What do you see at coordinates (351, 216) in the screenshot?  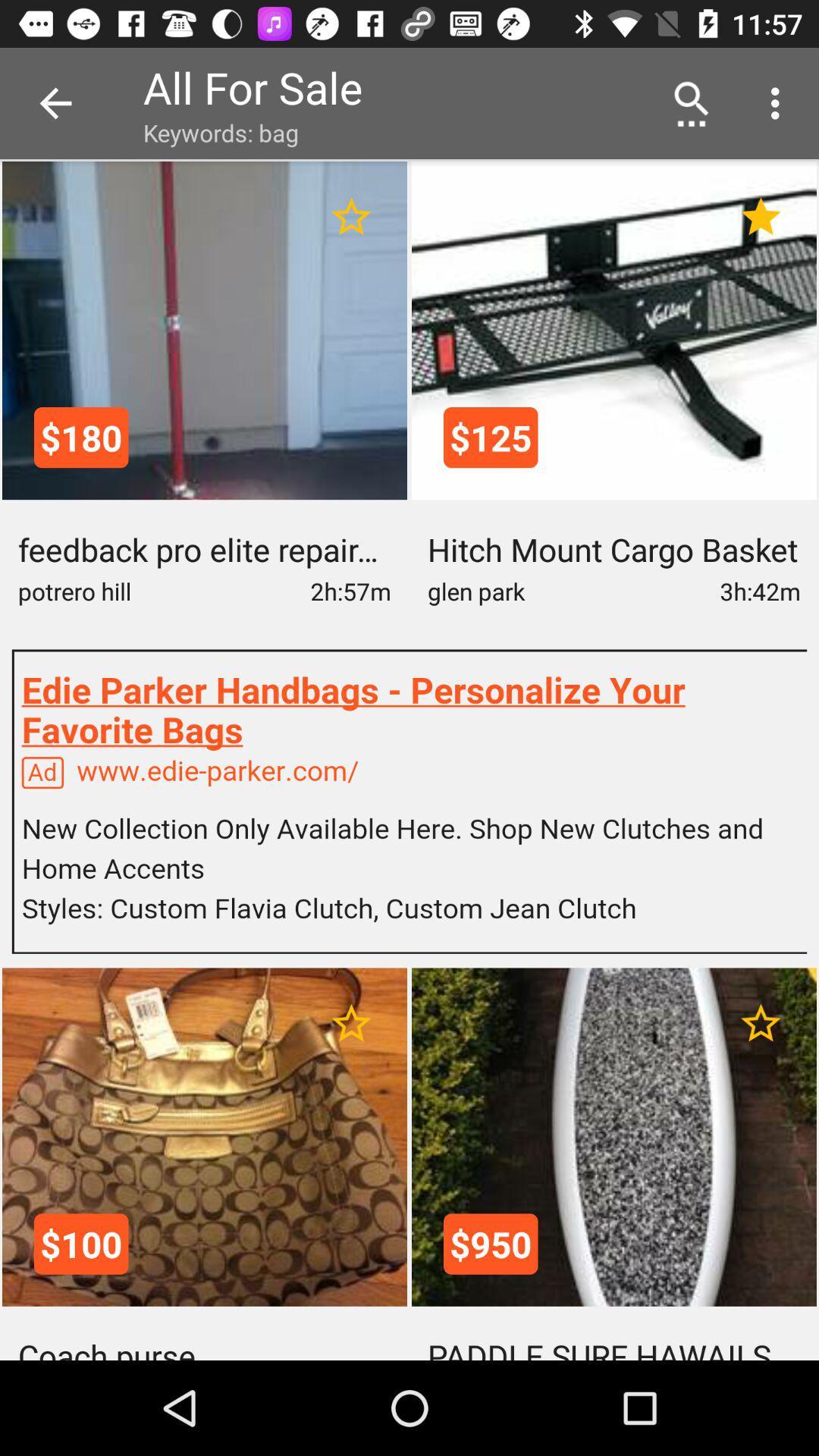 I see `to provide rating` at bounding box center [351, 216].